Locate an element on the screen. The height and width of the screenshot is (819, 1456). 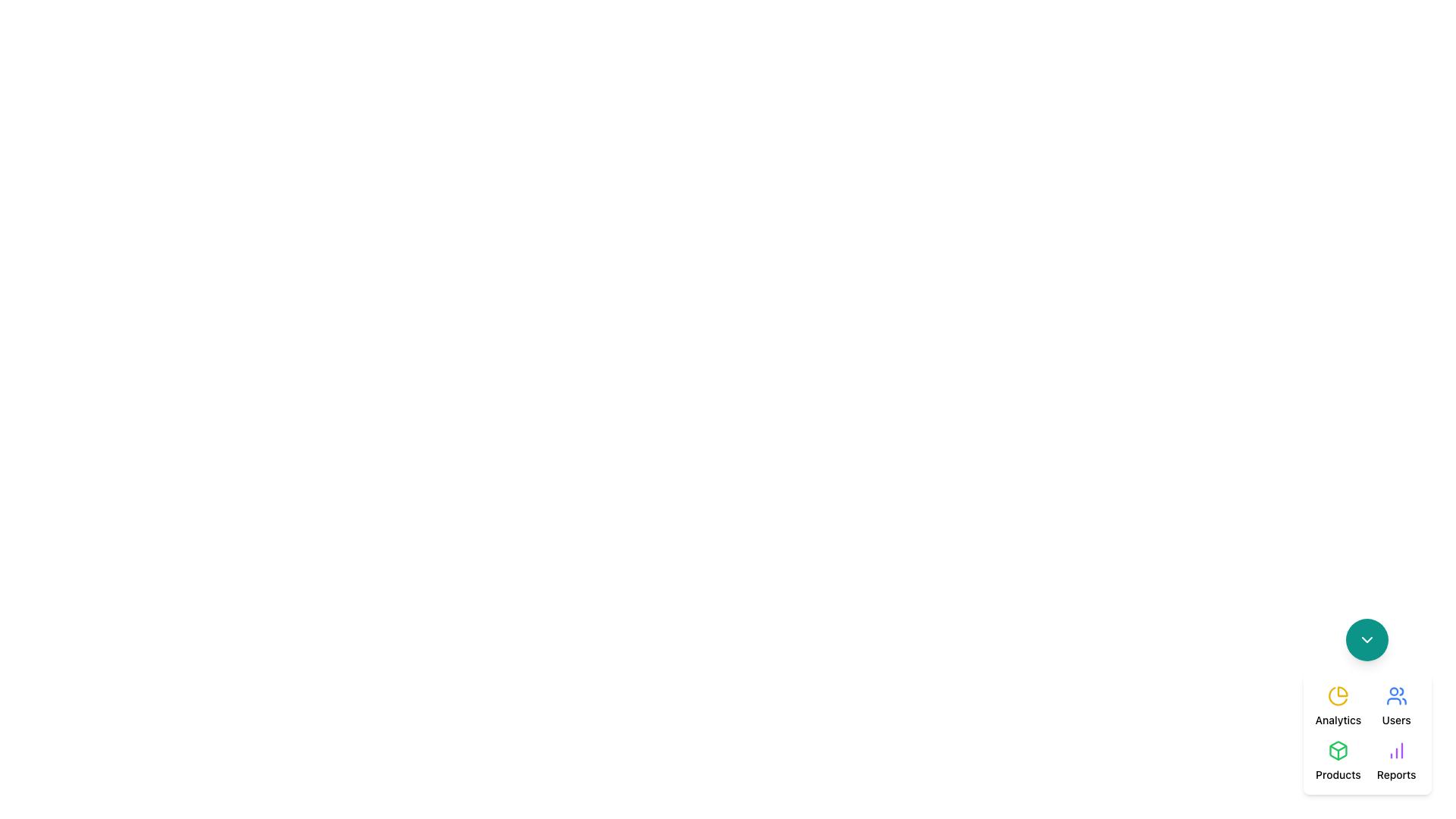
the blue icon representing a group of people, which is the top icon in the vertical group above the 'Users' label is located at coordinates (1395, 696).